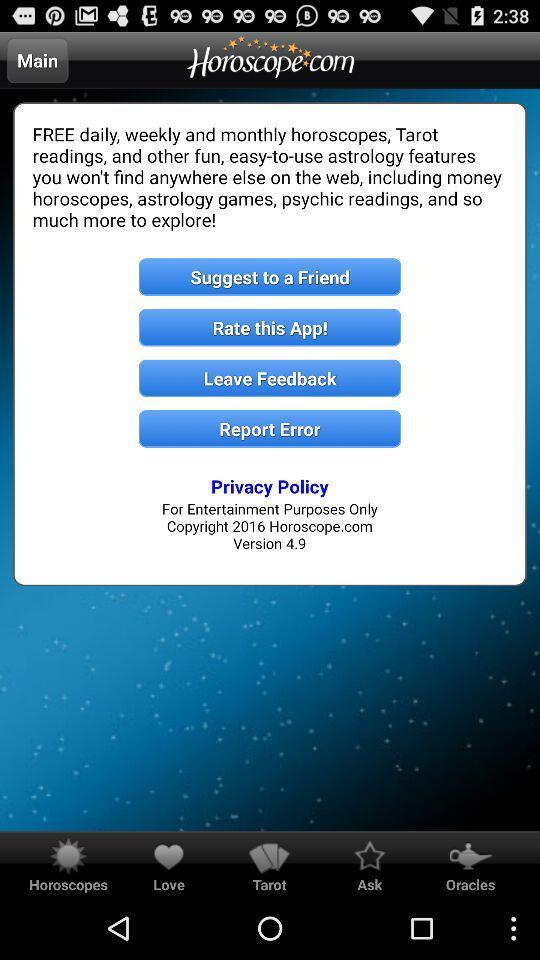  What do you see at coordinates (270, 327) in the screenshot?
I see `button below suggest to a` at bounding box center [270, 327].